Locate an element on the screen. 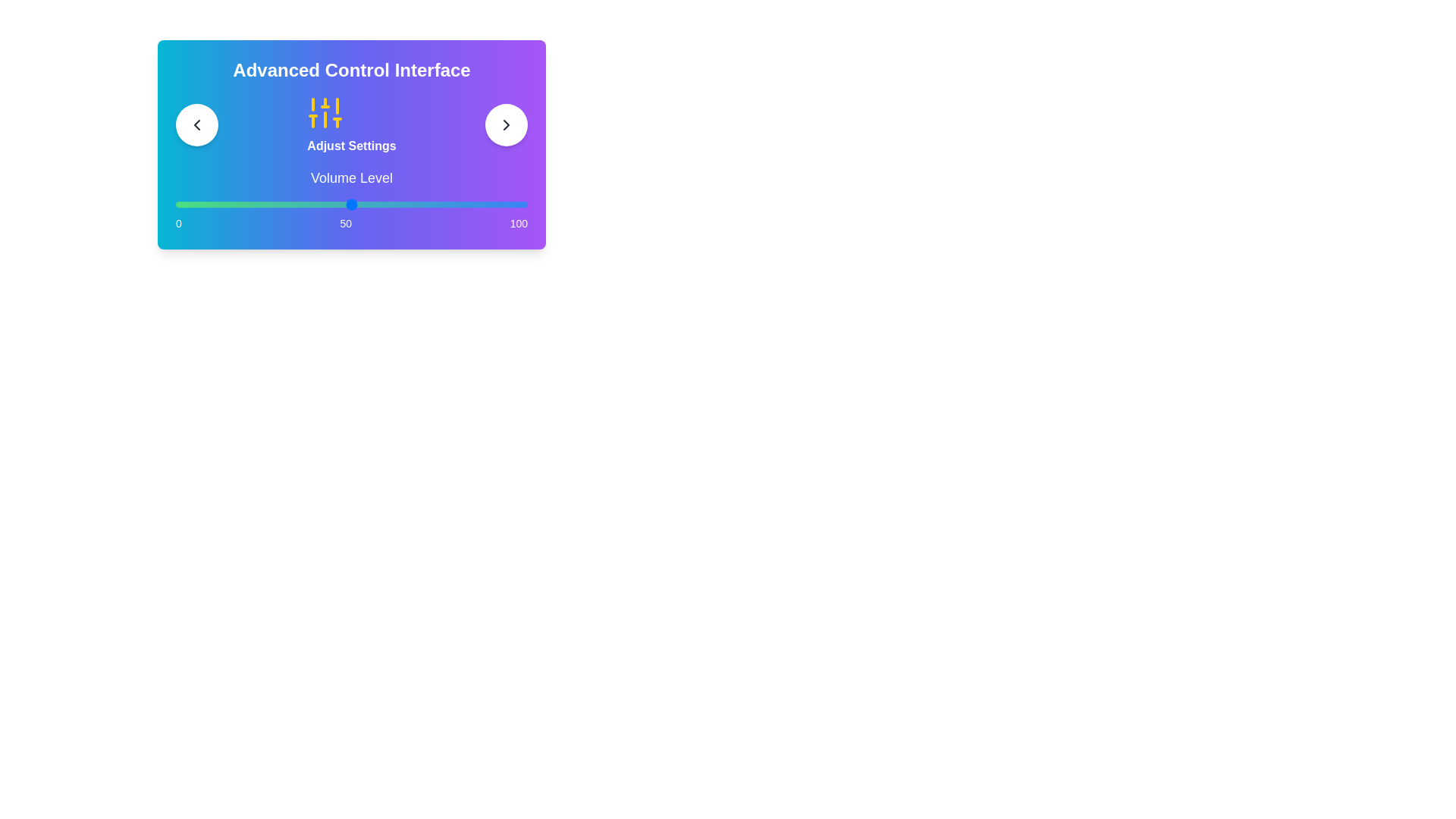 The height and width of the screenshot is (819, 1456). left navigation button is located at coordinates (196, 124).